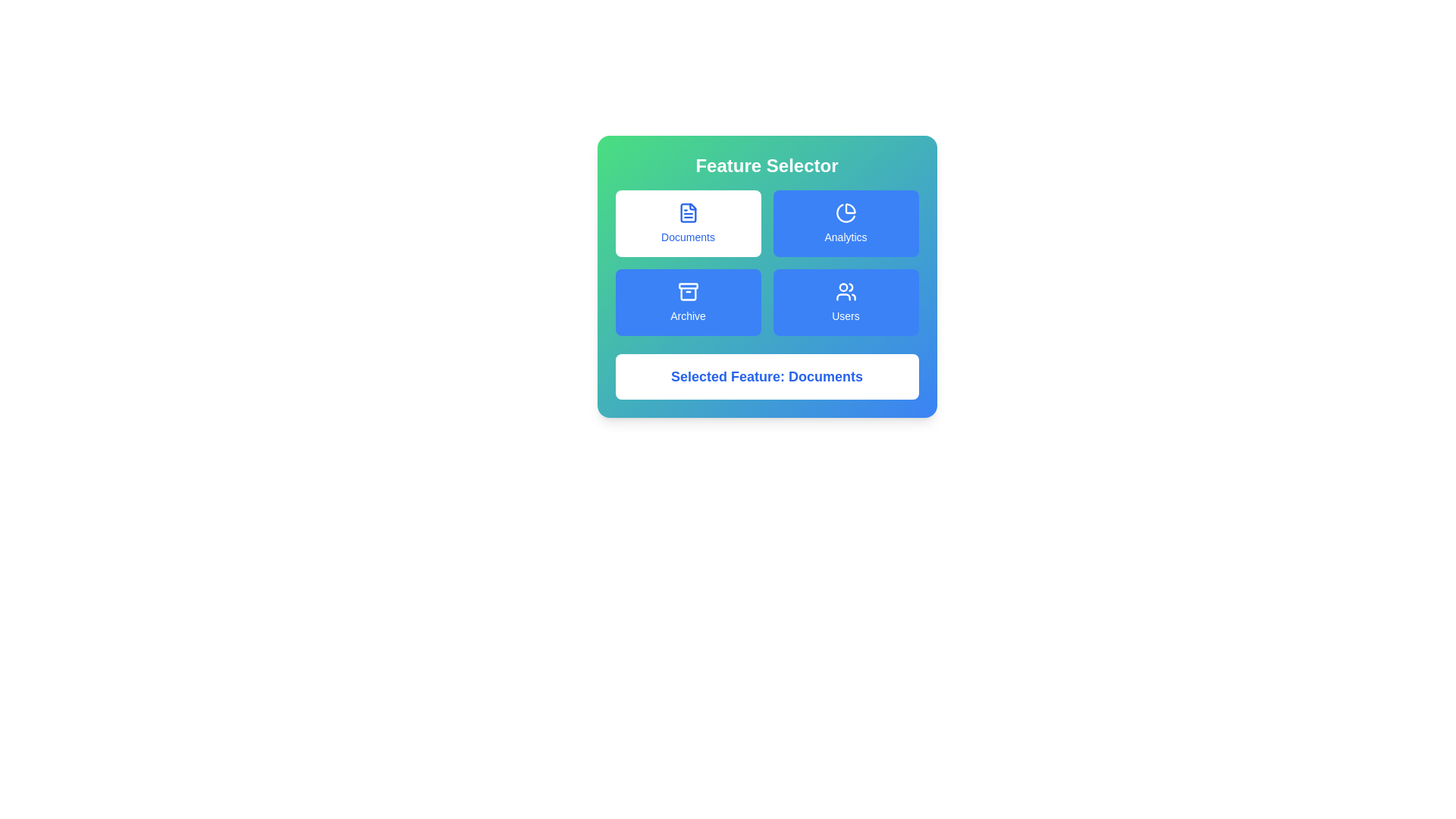  I want to click on the blue document icon located centrally within the upper-left white button labeled 'Documents' in the 'Feature Selector' panel, so click(687, 213).